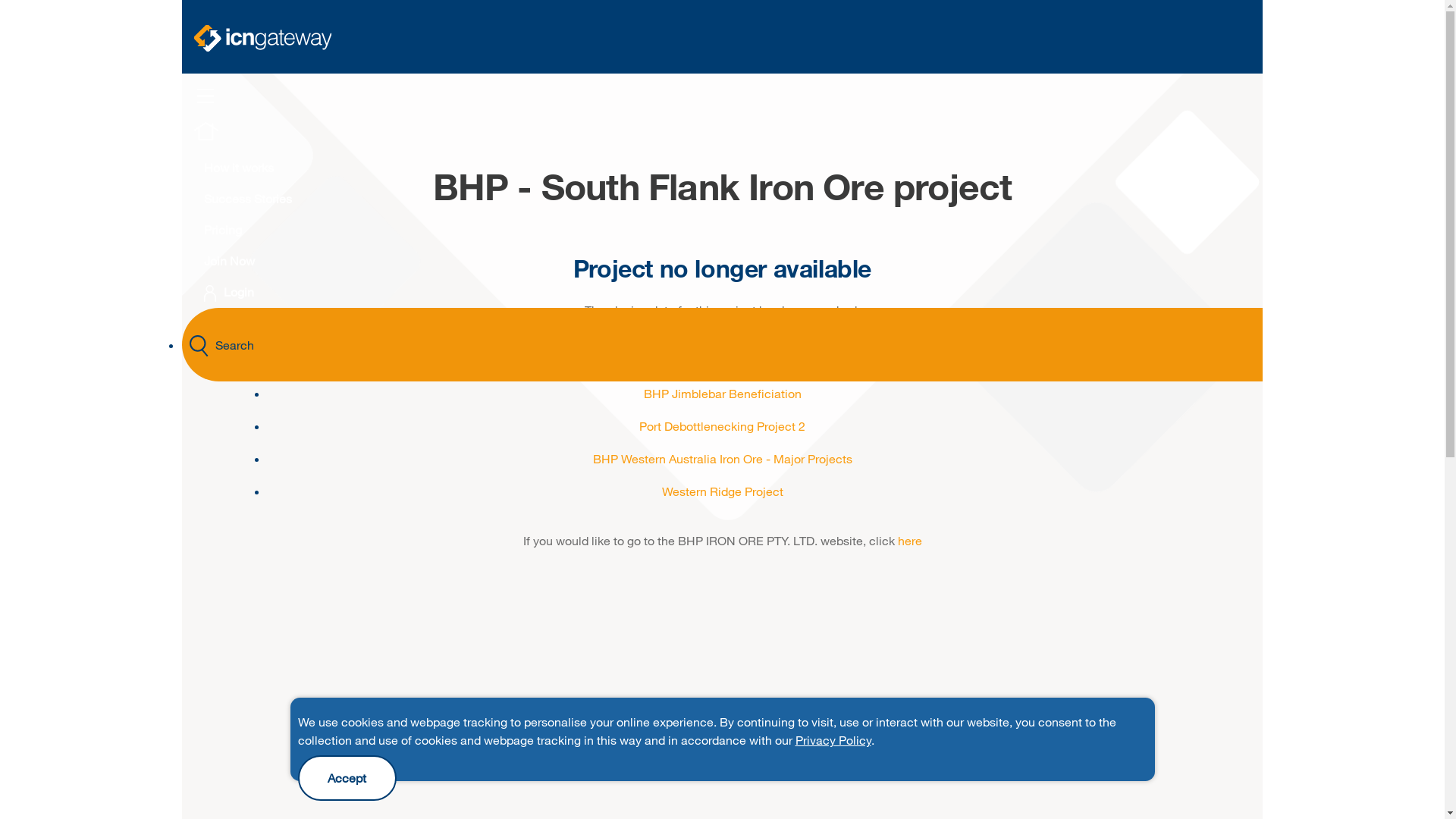  What do you see at coordinates (238, 167) in the screenshot?
I see `'How it works'` at bounding box center [238, 167].